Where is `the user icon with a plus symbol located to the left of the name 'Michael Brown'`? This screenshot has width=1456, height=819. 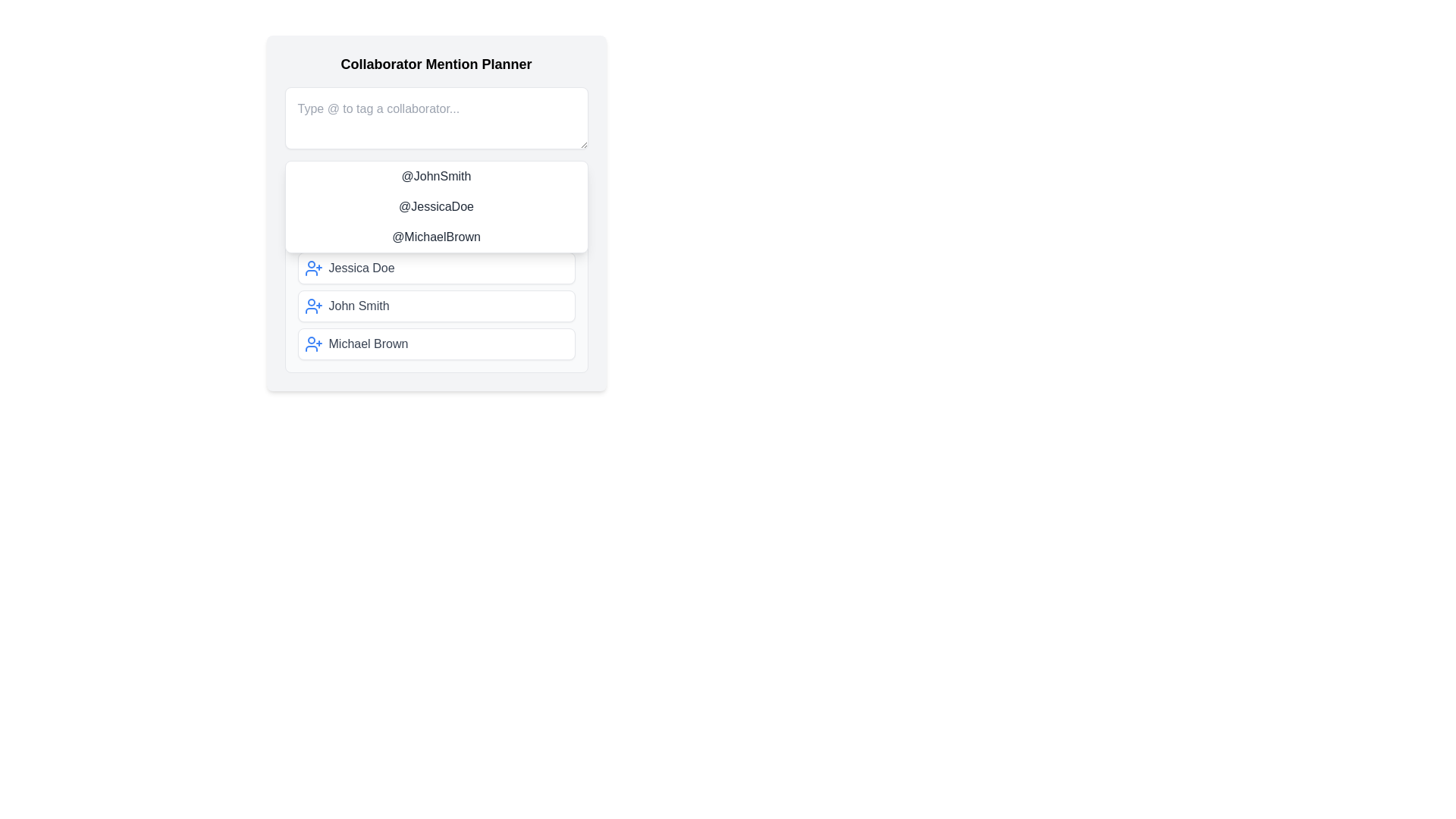 the user icon with a plus symbol located to the left of the name 'Michael Brown' is located at coordinates (312, 344).